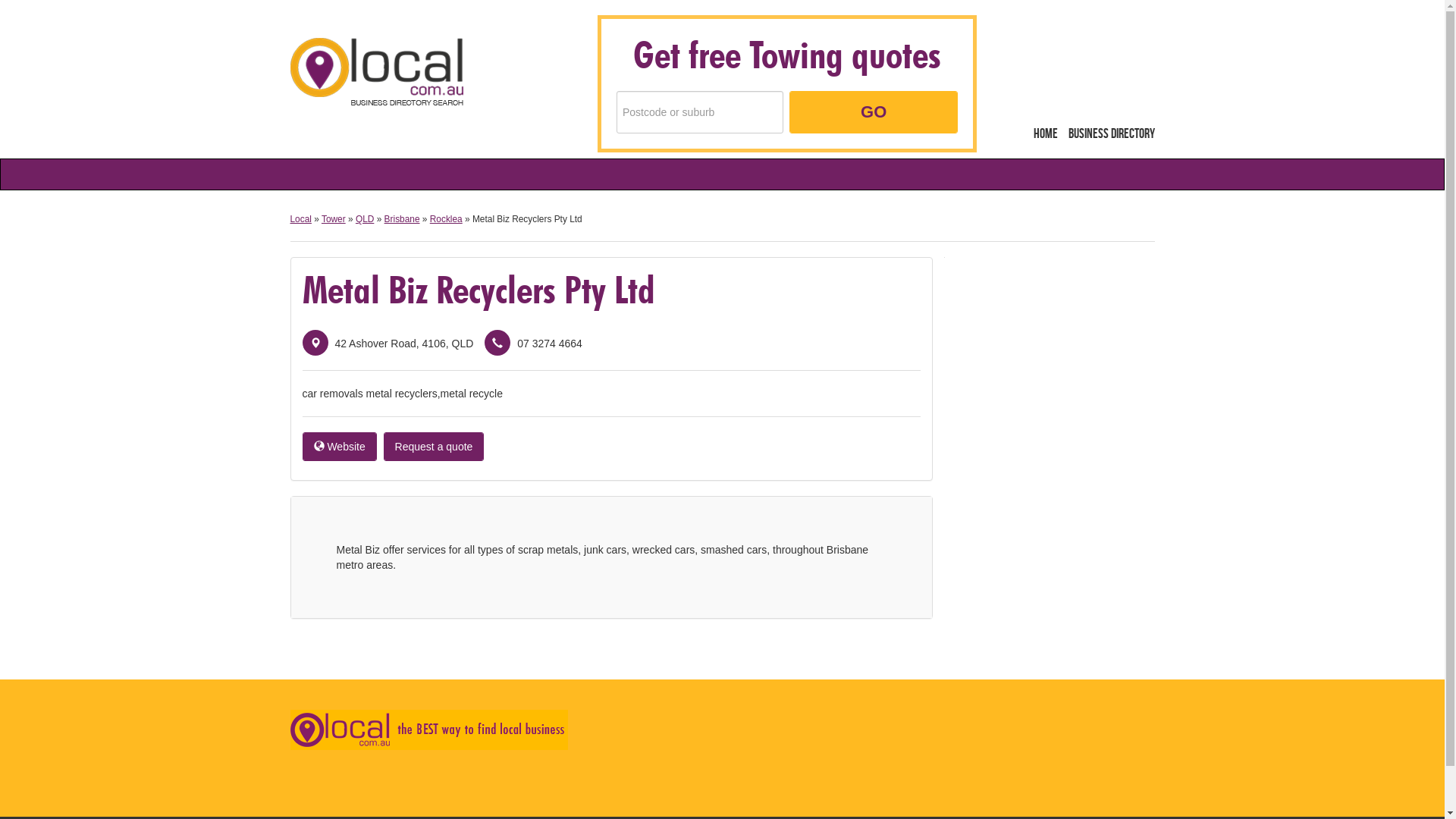 This screenshot has width=1456, height=819. Describe the element at coordinates (428, 219) in the screenshot. I see `'Rocklea'` at that location.